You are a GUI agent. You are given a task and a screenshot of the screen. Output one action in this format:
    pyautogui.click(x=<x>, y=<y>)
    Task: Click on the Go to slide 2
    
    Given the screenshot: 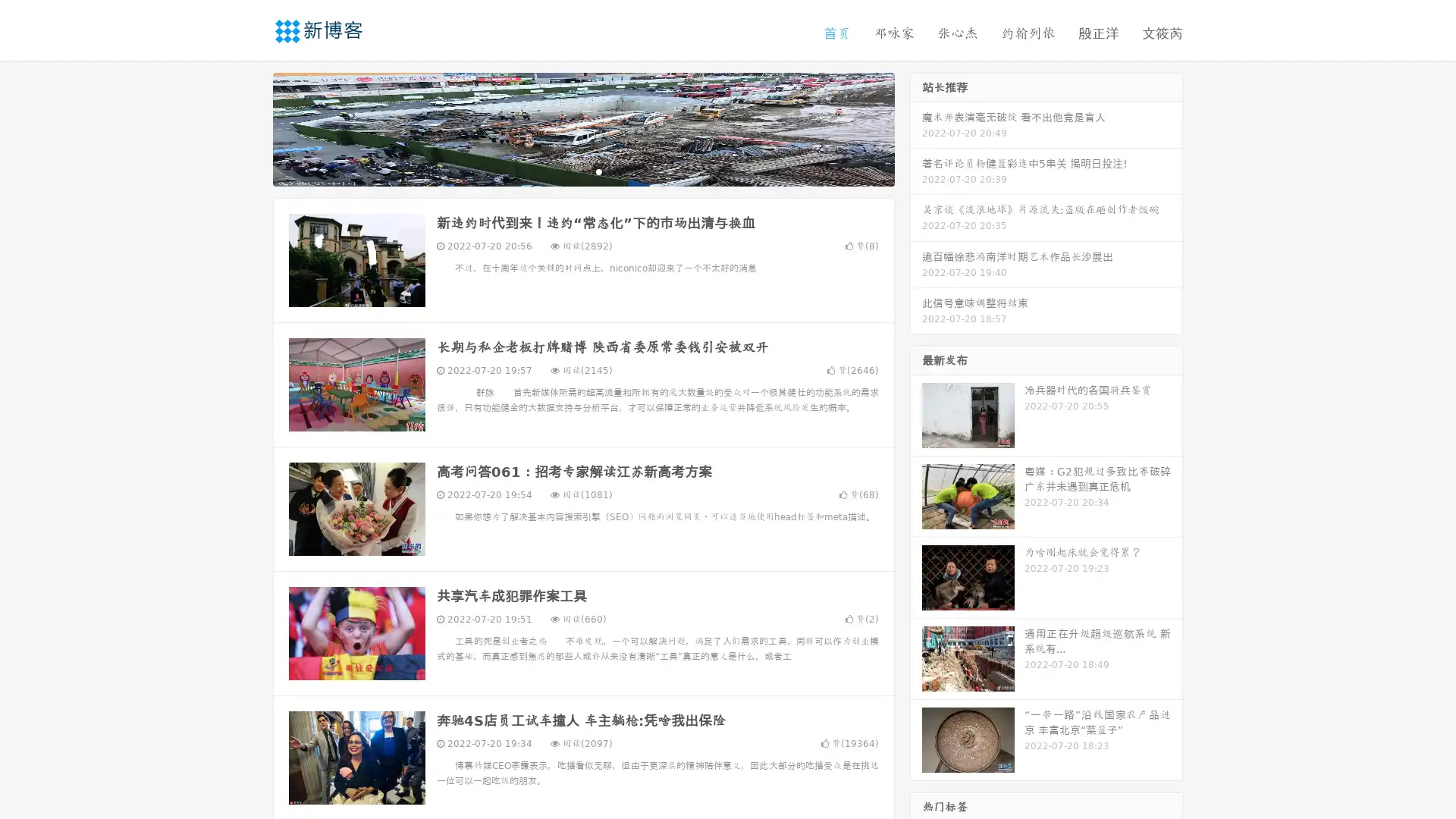 What is the action you would take?
    pyautogui.click(x=582, y=171)
    